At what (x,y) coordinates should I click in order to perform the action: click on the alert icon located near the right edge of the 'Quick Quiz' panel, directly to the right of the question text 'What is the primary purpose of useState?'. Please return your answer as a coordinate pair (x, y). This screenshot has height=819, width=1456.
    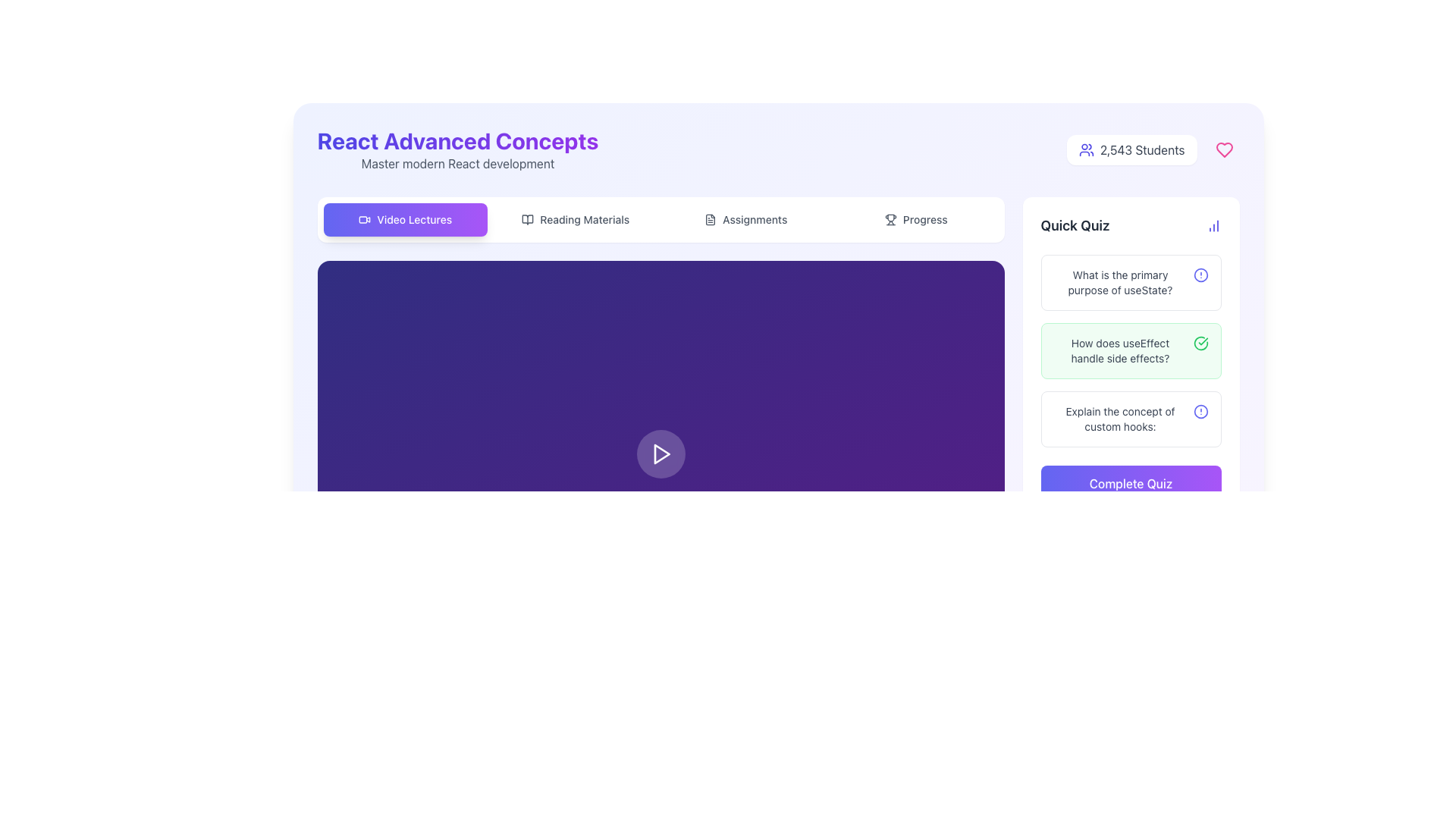
    Looking at the image, I should click on (1200, 275).